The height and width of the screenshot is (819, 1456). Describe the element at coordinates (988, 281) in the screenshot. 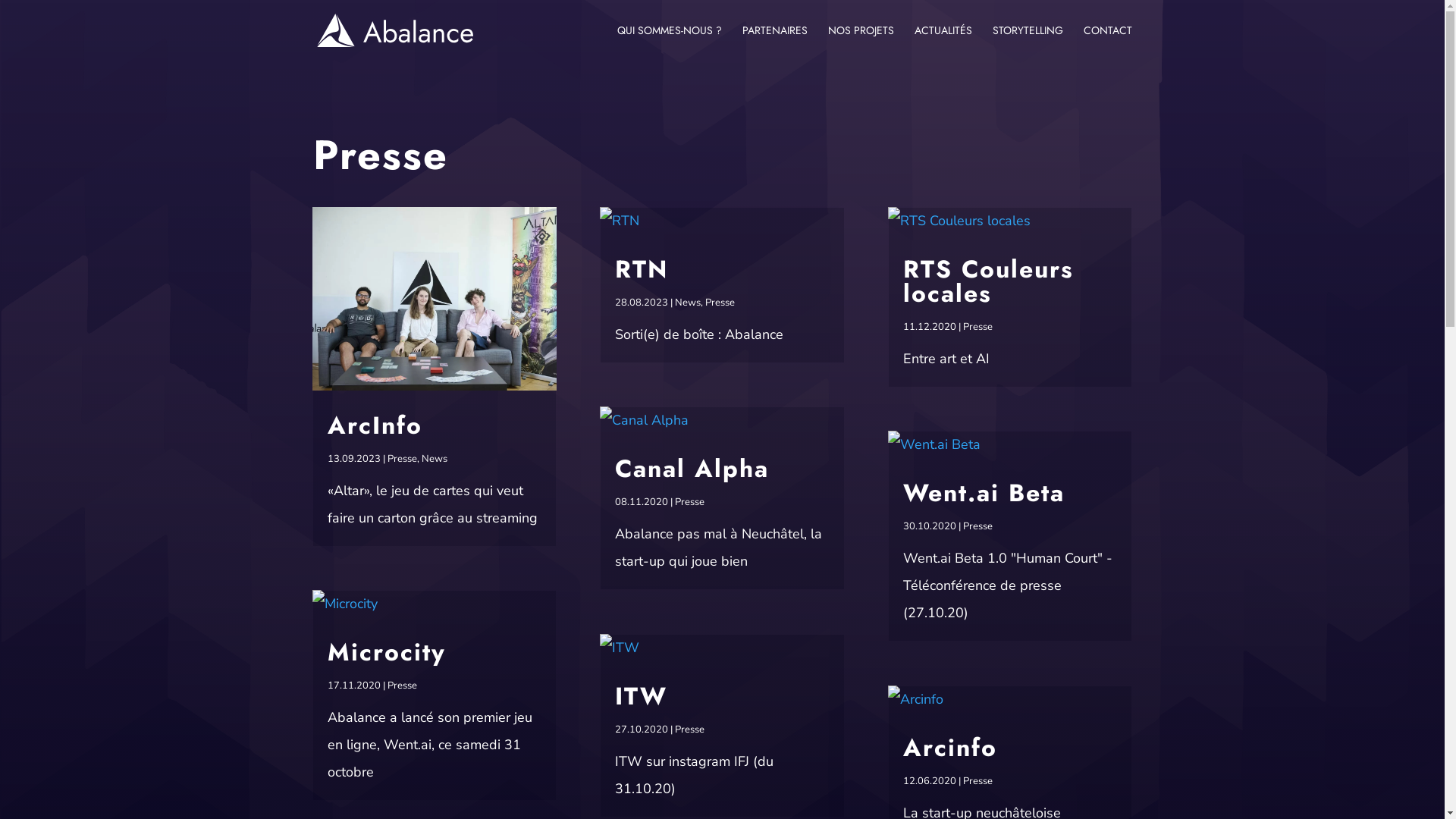

I see `'RTS Couleurs locales'` at that location.